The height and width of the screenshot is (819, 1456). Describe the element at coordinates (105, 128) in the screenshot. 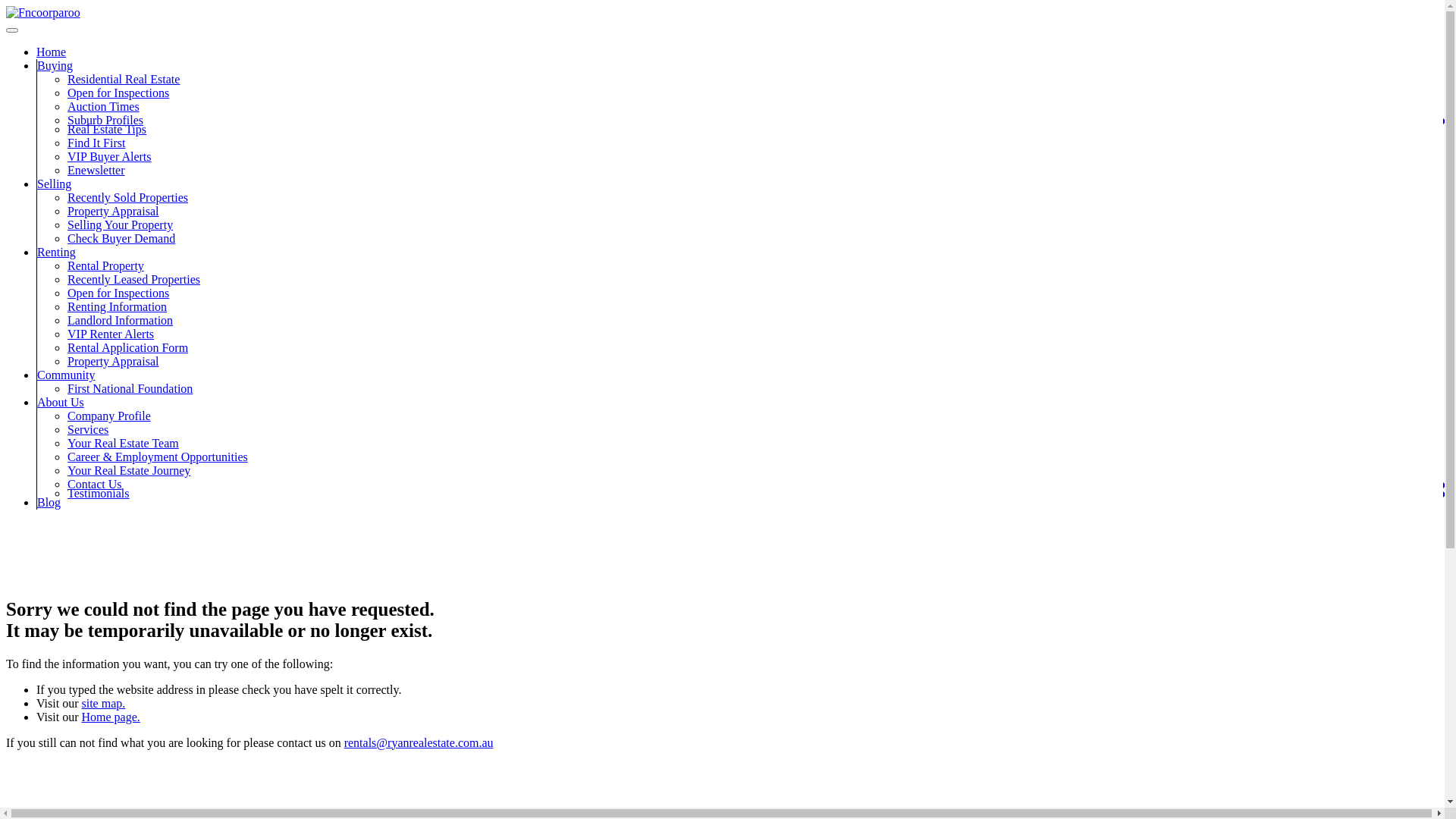

I see `'Real Estate Tips'` at that location.